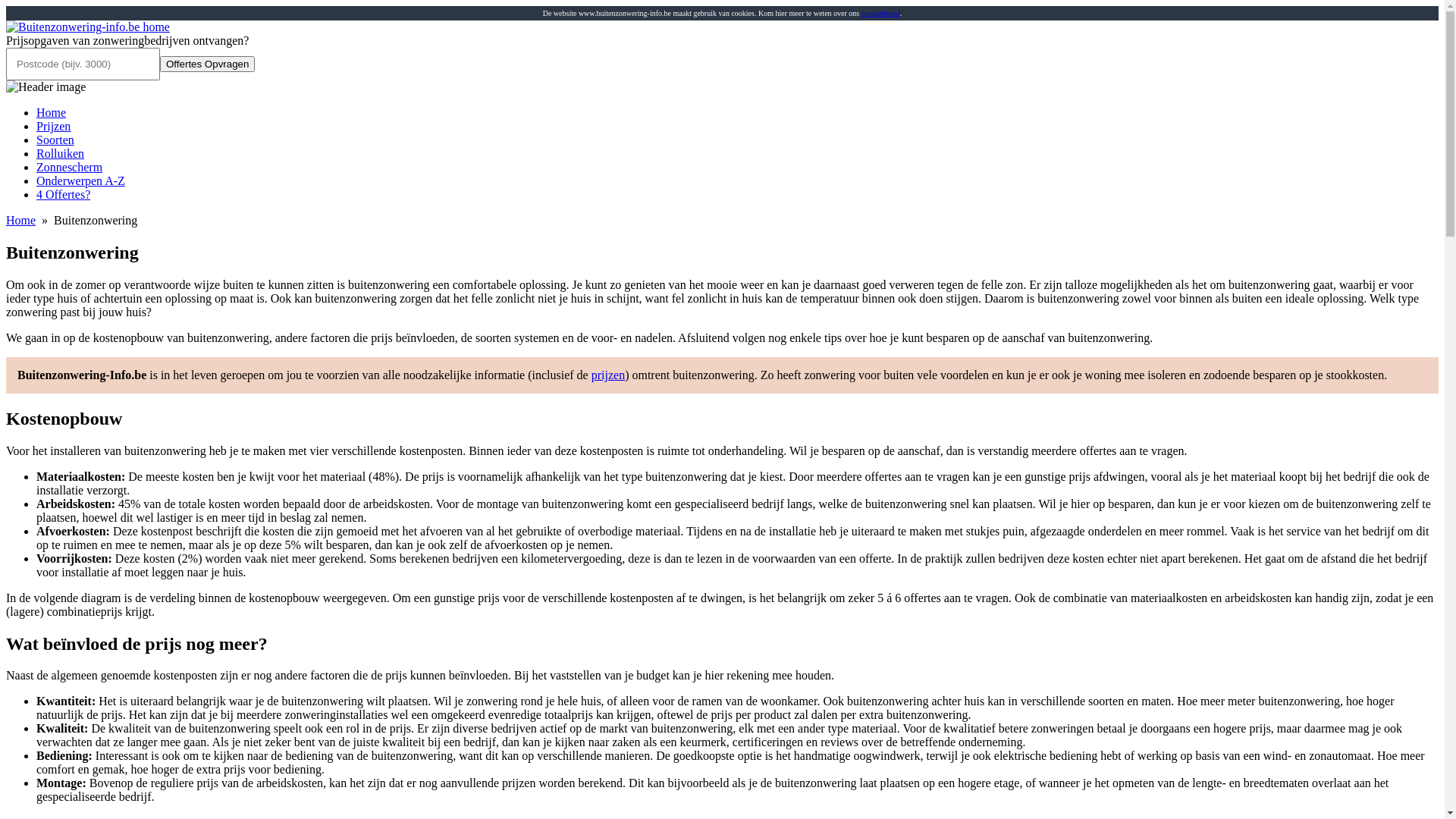 Image resolution: width=1456 pixels, height=819 pixels. I want to click on 'Prijzen', so click(53, 125).